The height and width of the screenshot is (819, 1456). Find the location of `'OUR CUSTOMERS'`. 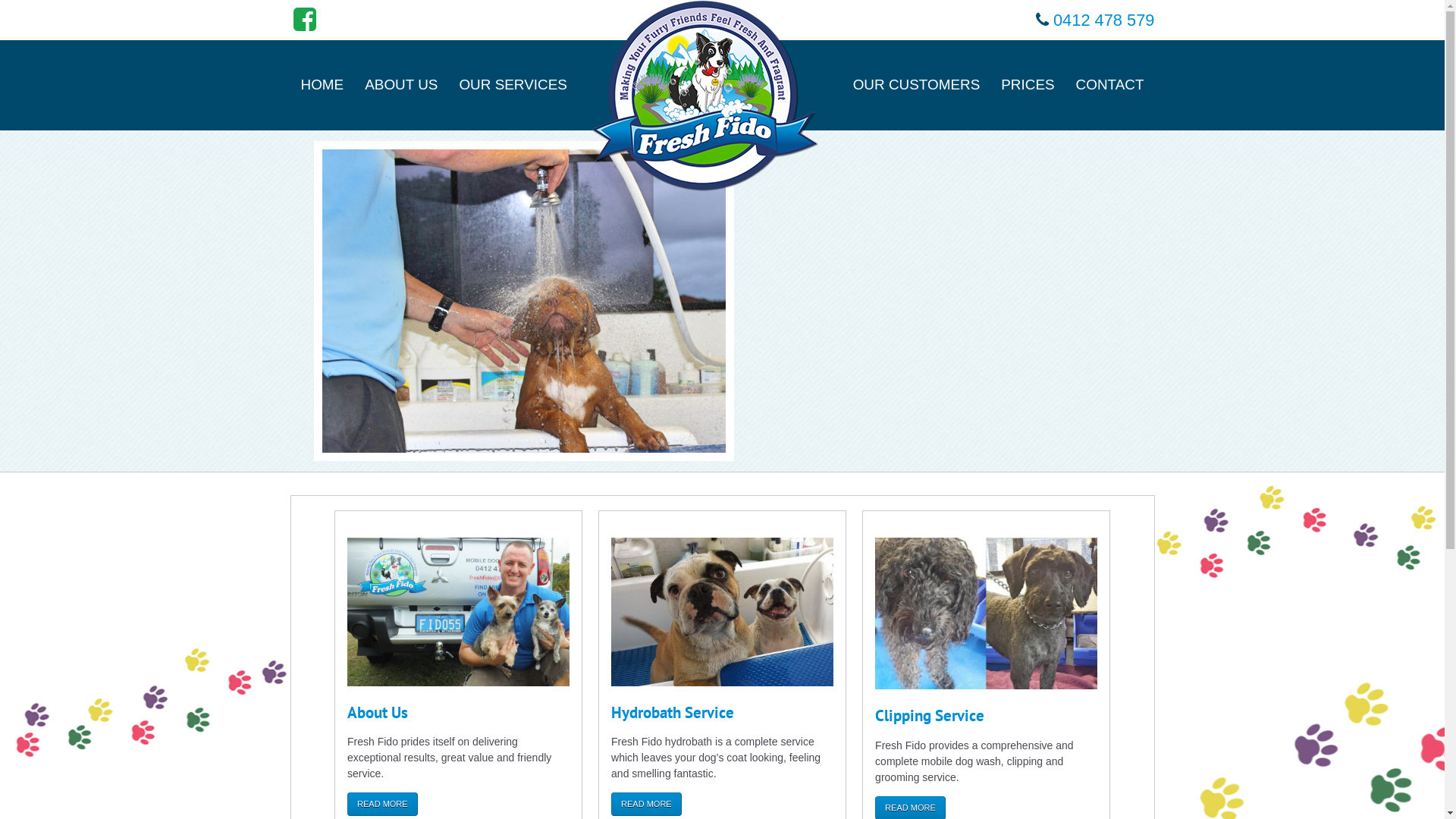

'OUR CUSTOMERS' is located at coordinates (916, 84).